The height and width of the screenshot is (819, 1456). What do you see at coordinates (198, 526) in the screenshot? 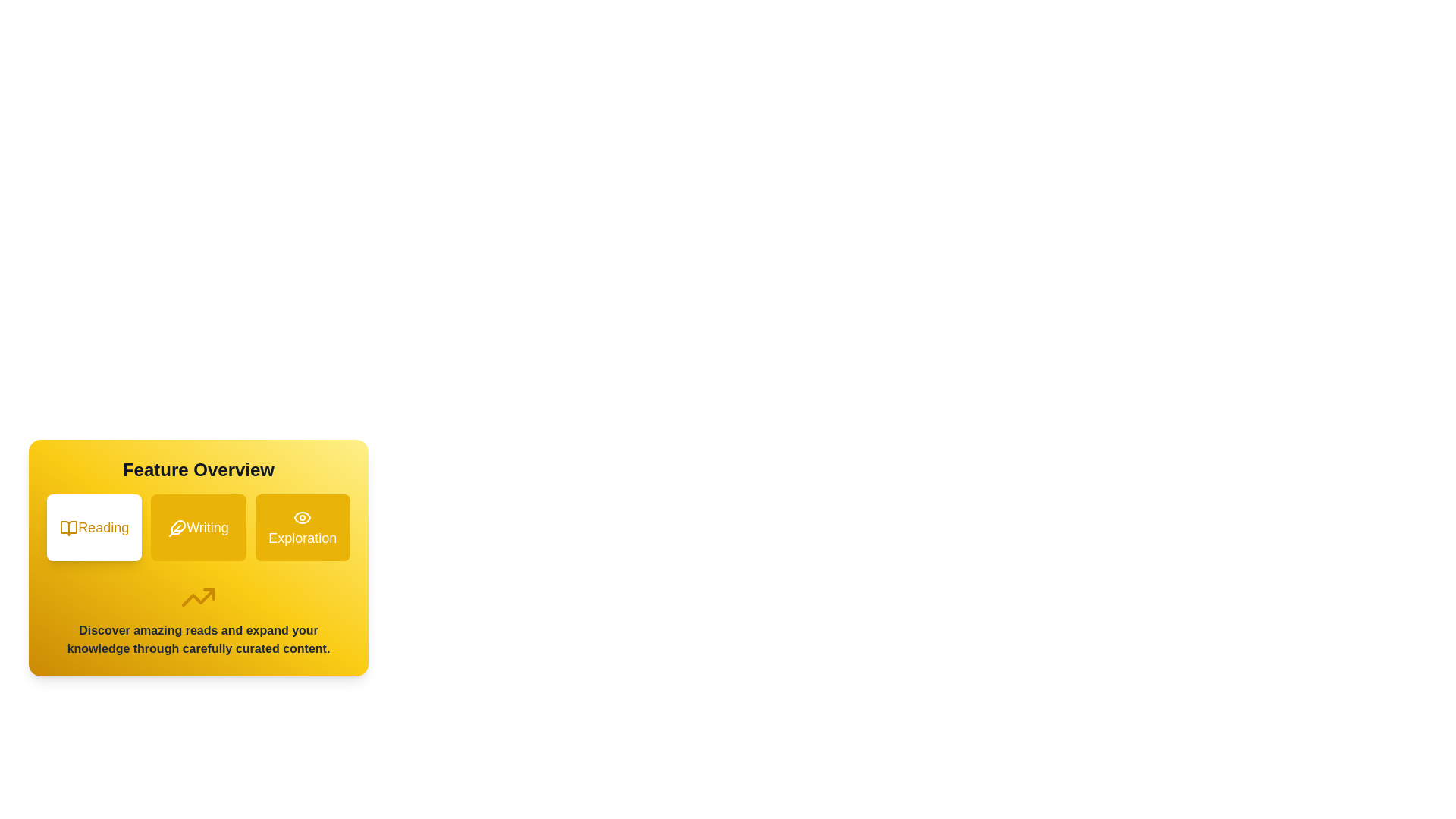
I see `the distinct rectangular button labeled 'Writing' with a yellow background and white text` at bounding box center [198, 526].